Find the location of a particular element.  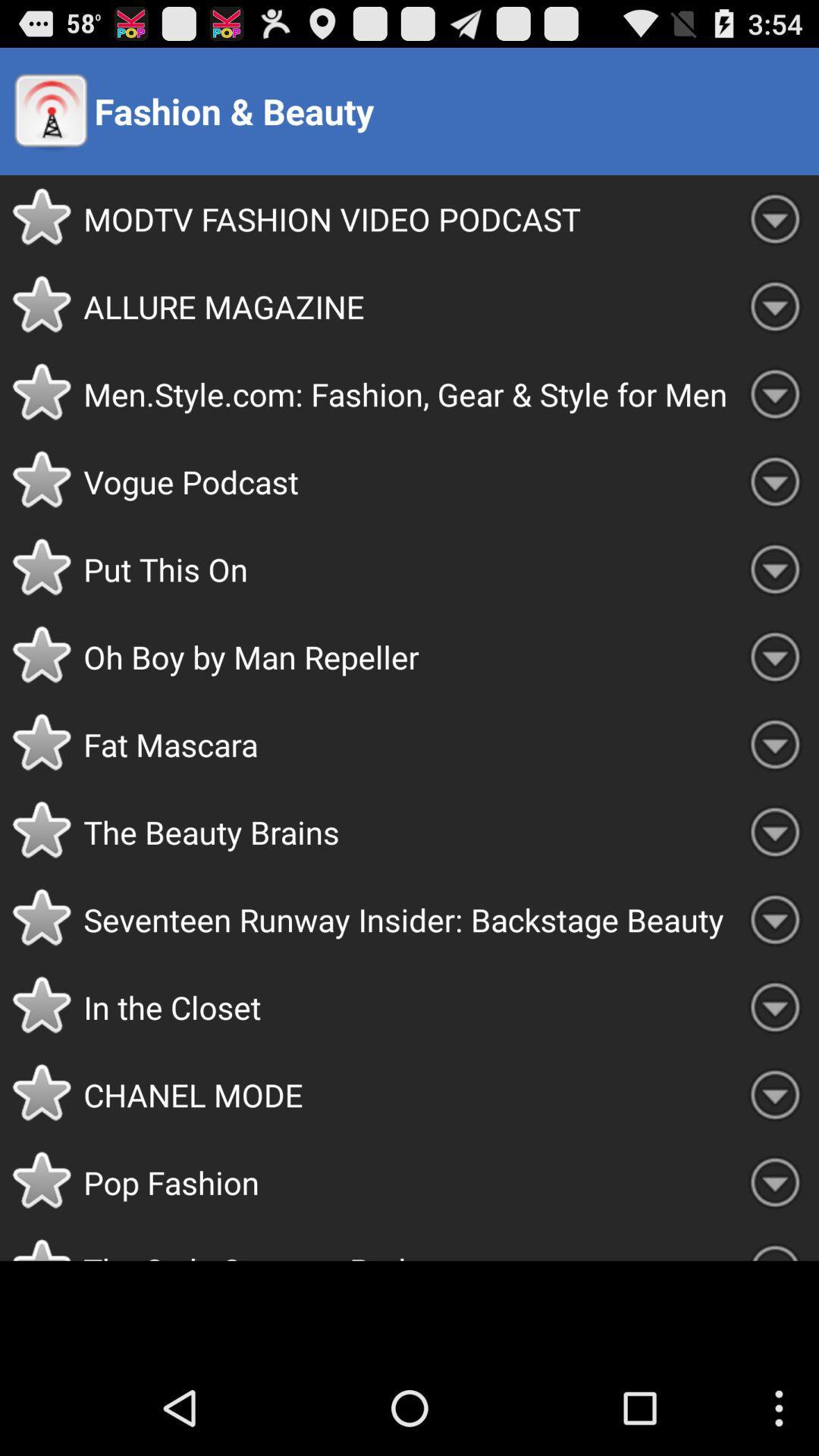

the put this on item is located at coordinates (406, 568).